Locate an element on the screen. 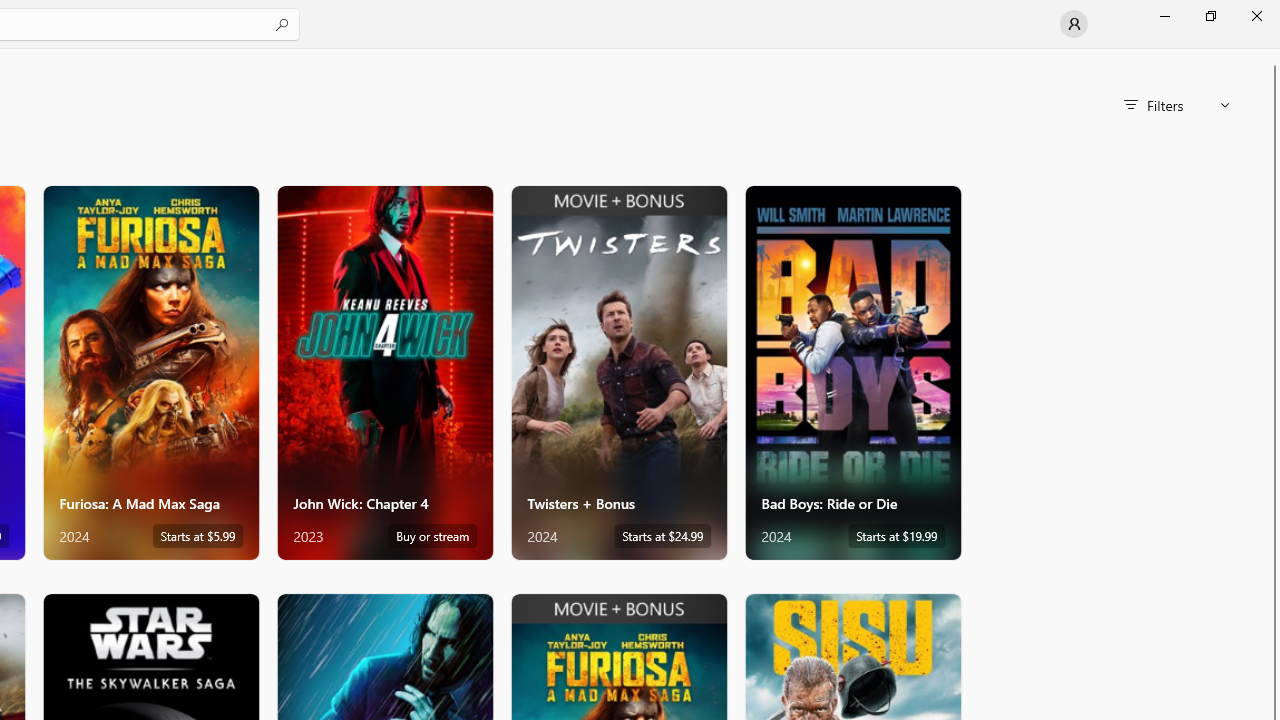 The width and height of the screenshot is (1280, 720). 'Filters' is located at coordinates (1176, 105).